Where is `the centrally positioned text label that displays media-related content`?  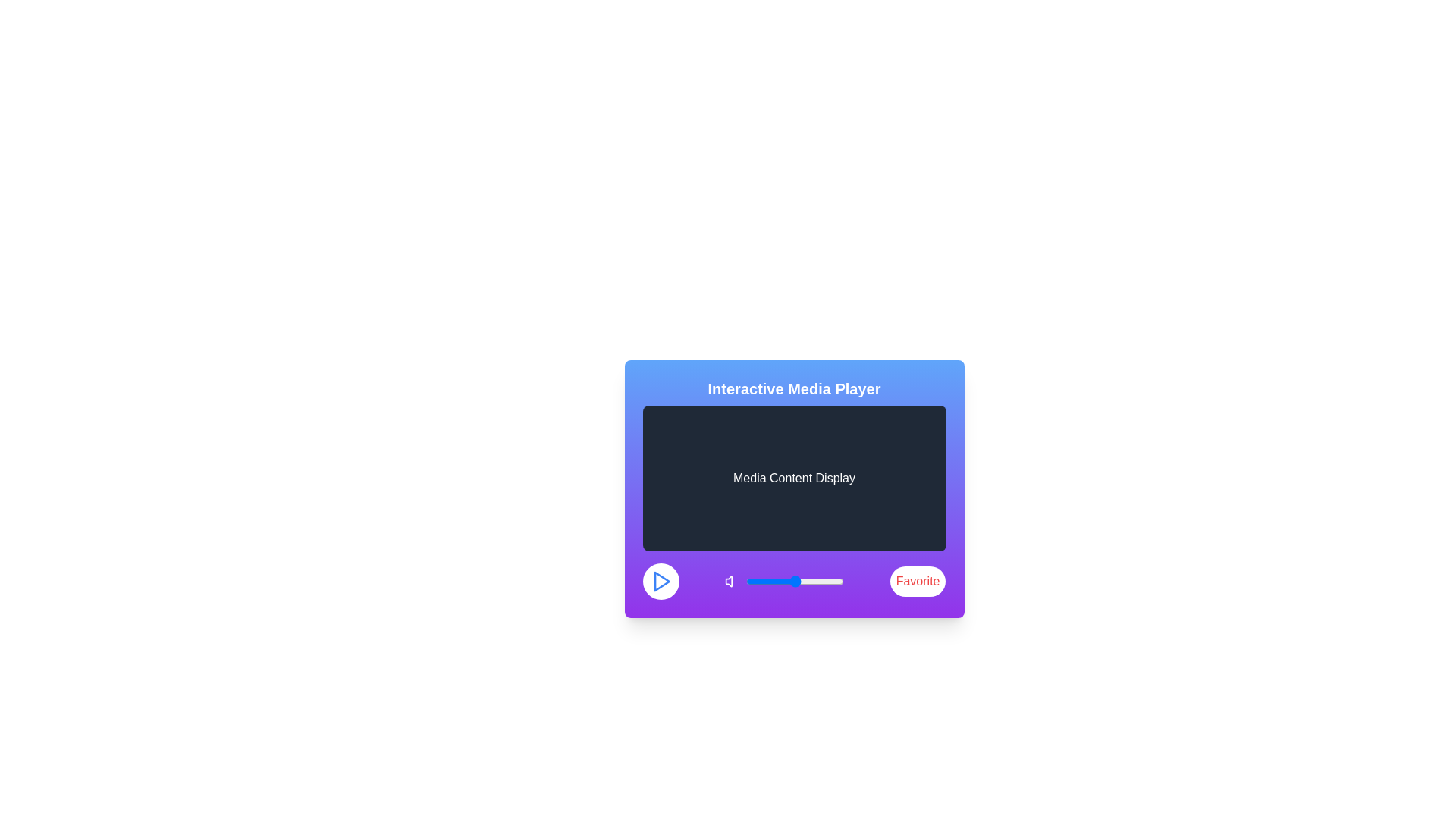
the centrally positioned text label that displays media-related content is located at coordinates (793, 479).